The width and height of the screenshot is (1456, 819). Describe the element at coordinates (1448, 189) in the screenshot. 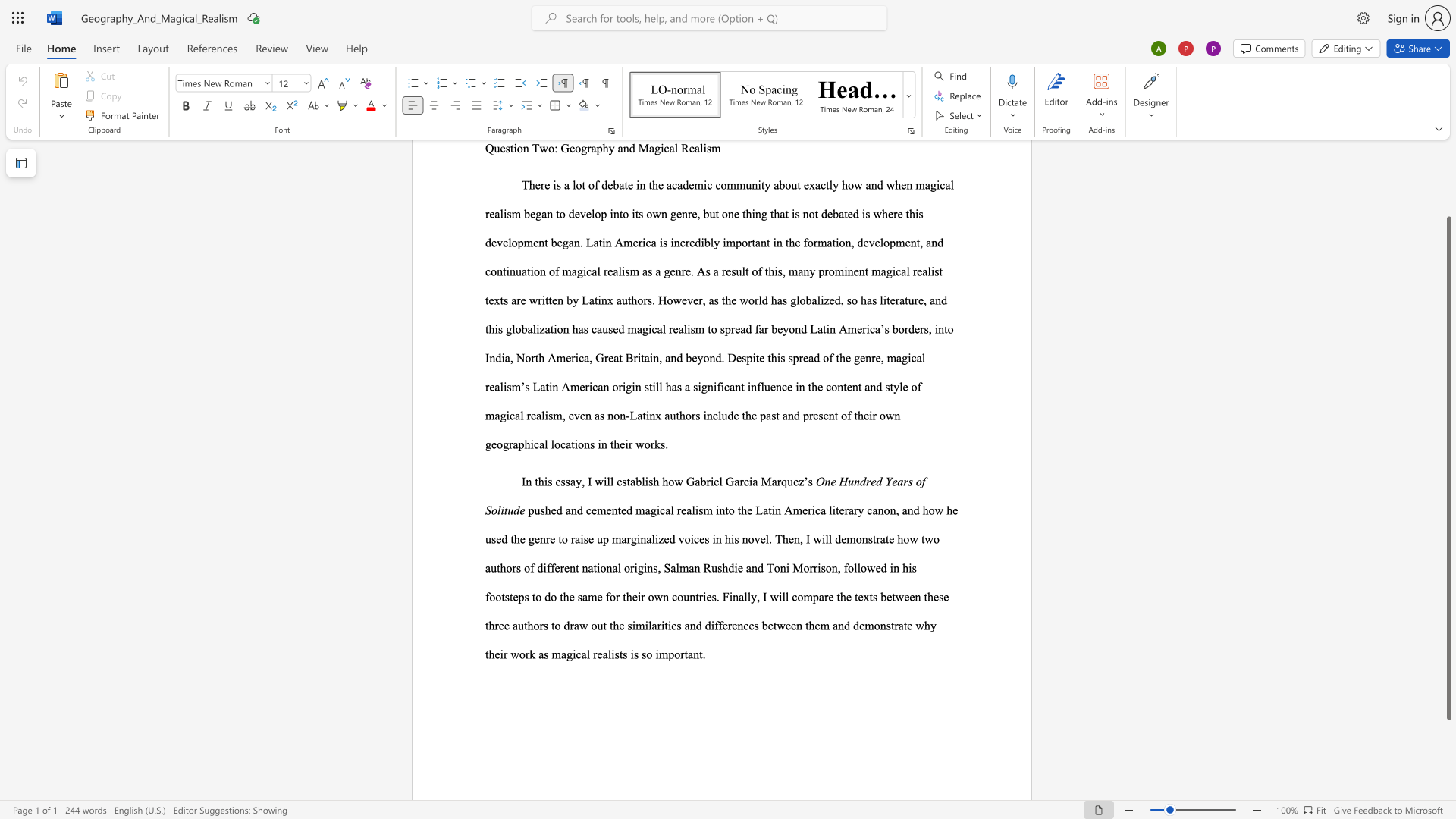

I see `the scrollbar on the side` at that location.